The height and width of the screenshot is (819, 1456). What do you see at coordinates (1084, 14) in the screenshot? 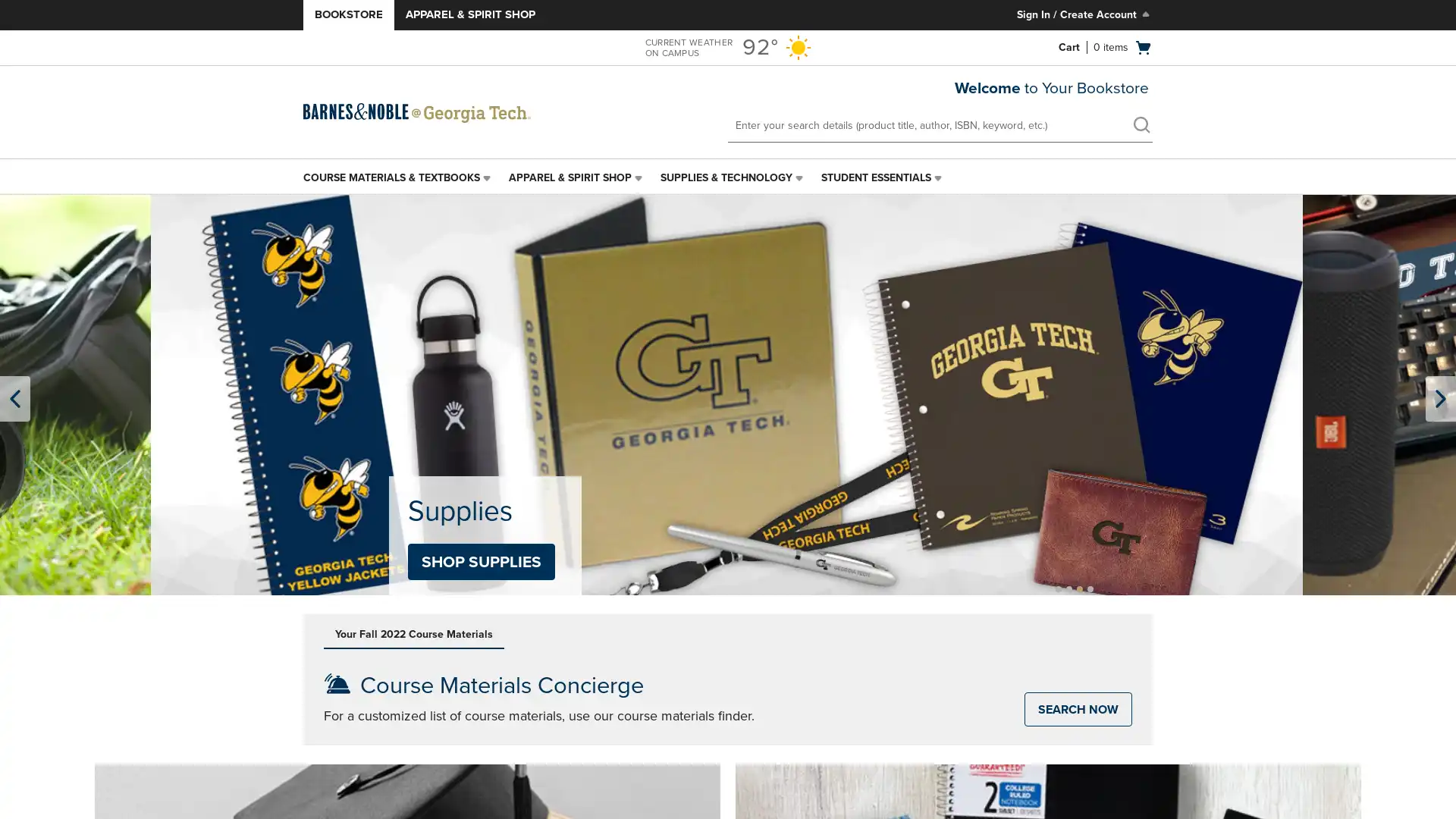
I see `Sign In/Create Account` at bounding box center [1084, 14].